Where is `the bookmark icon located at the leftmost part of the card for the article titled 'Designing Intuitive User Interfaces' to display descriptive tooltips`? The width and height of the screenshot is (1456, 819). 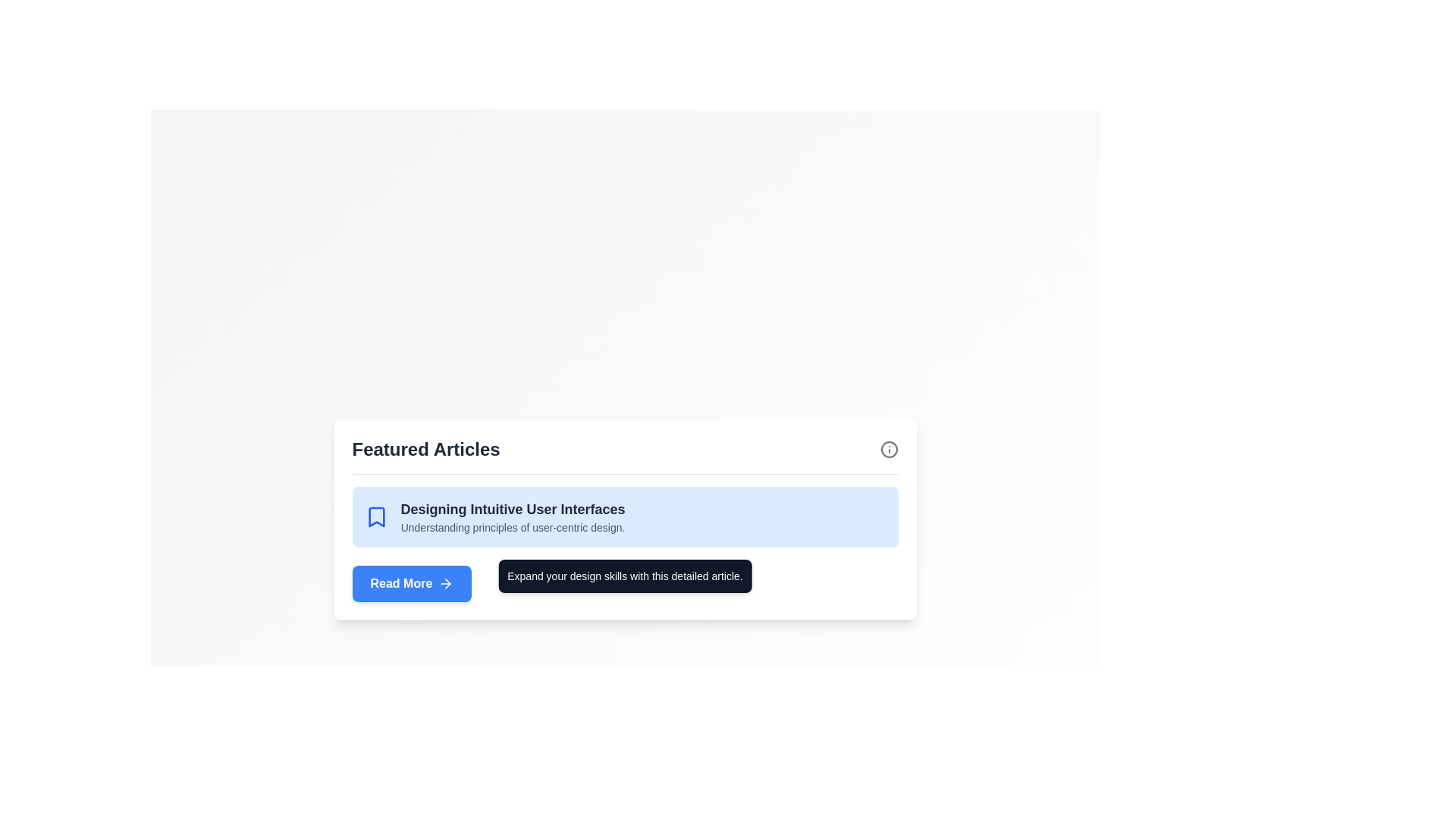 the bookmark icon located at the leftmost part of the card for the article titled 'Designing Intuitive User Interfaces' to display descriptive tooltips is located at coordinates (376, 516).